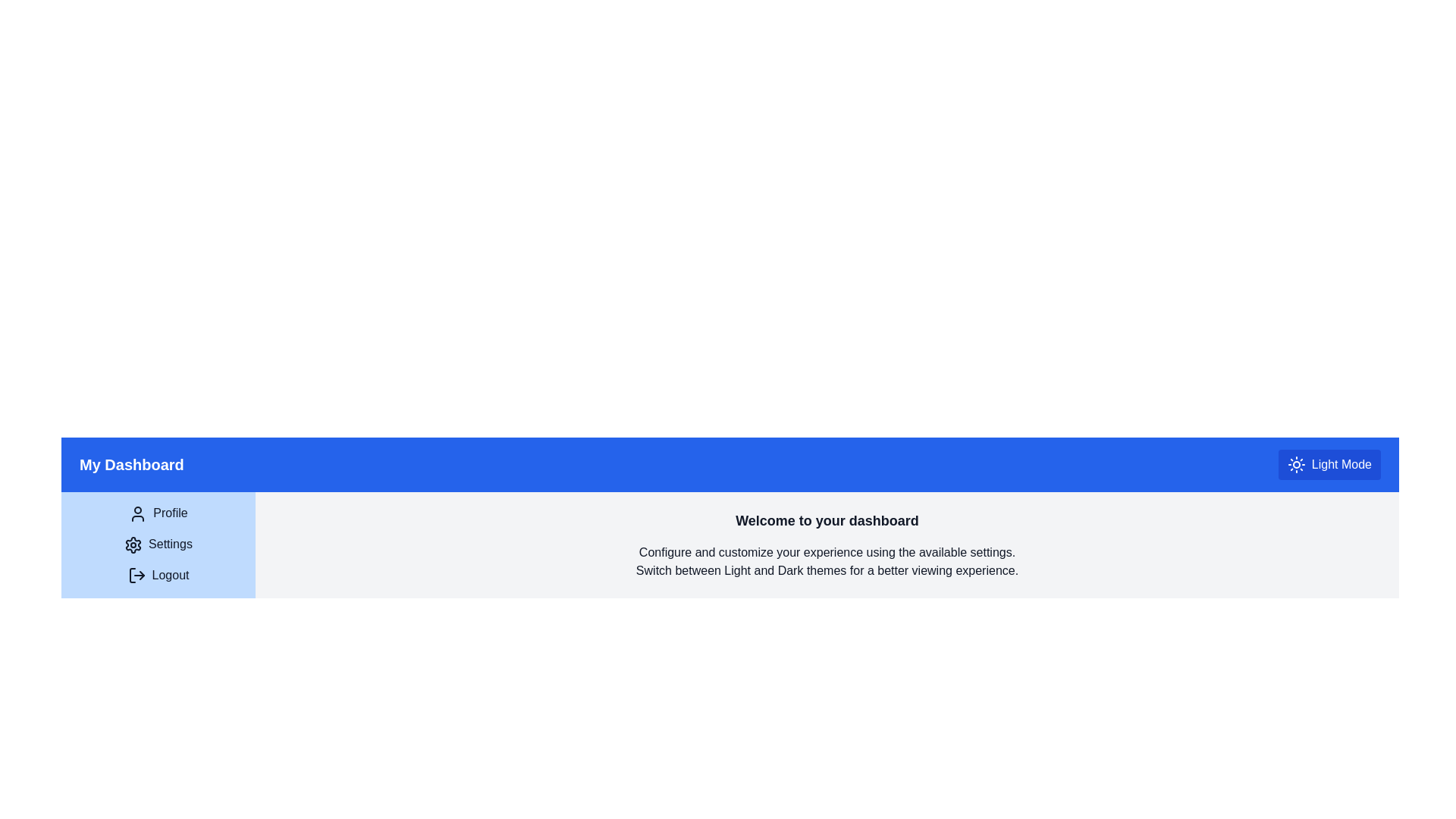 The height and width of the screenshot is (819, 1456). Describe the element at coordinates (138, 513) in the screenshot. I see `the user profile icon, which is a minimalistic avatar silhouette located in the top-left corner of the vertical list menu under the 'Profile' section` at that location.